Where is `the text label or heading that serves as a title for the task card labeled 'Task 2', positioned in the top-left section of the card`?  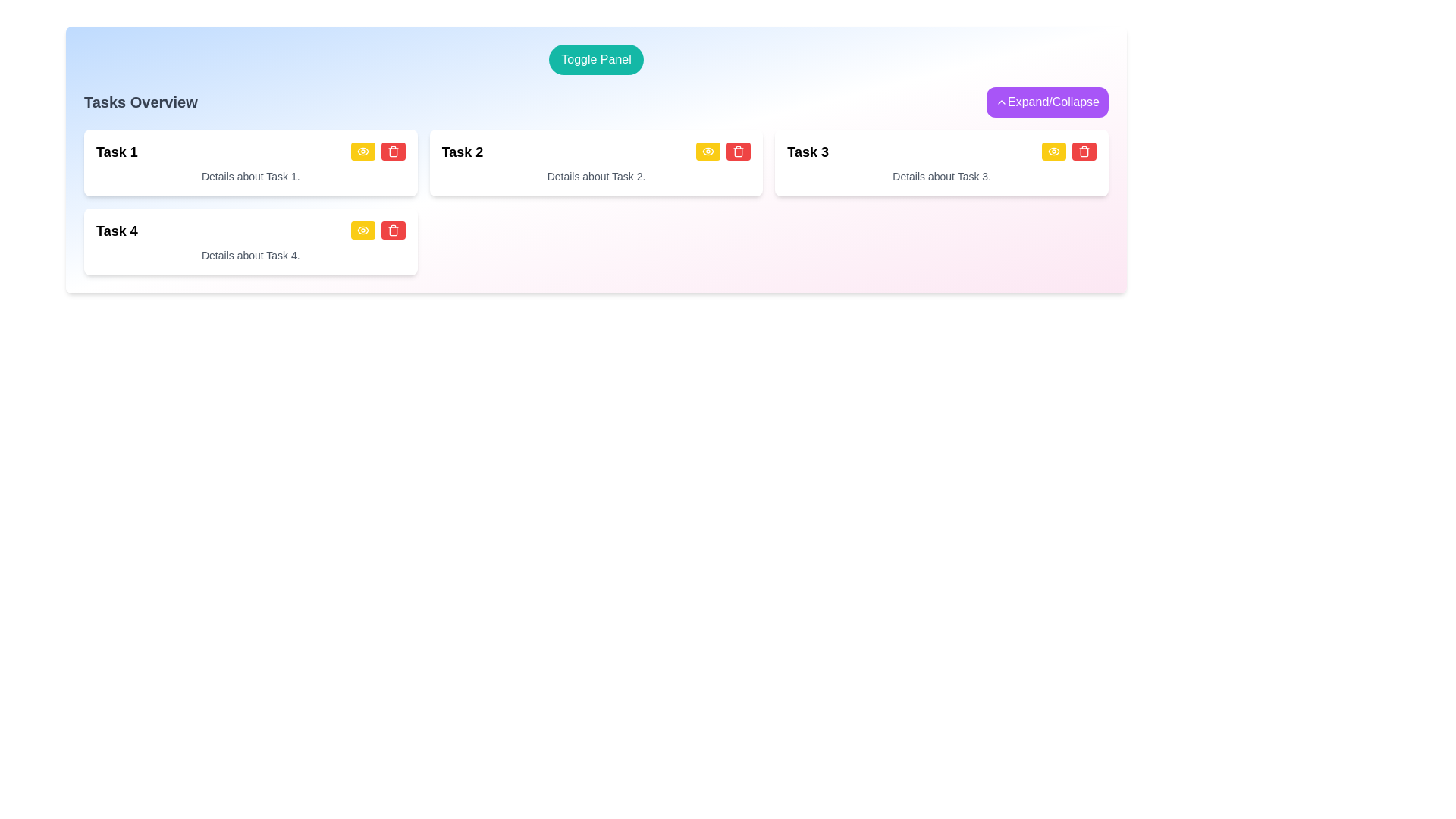
the text label or heading that serves as a title for the task card labeled 'Task 2', positioned in the top-left section of the card is located at coordinates (461, 152).